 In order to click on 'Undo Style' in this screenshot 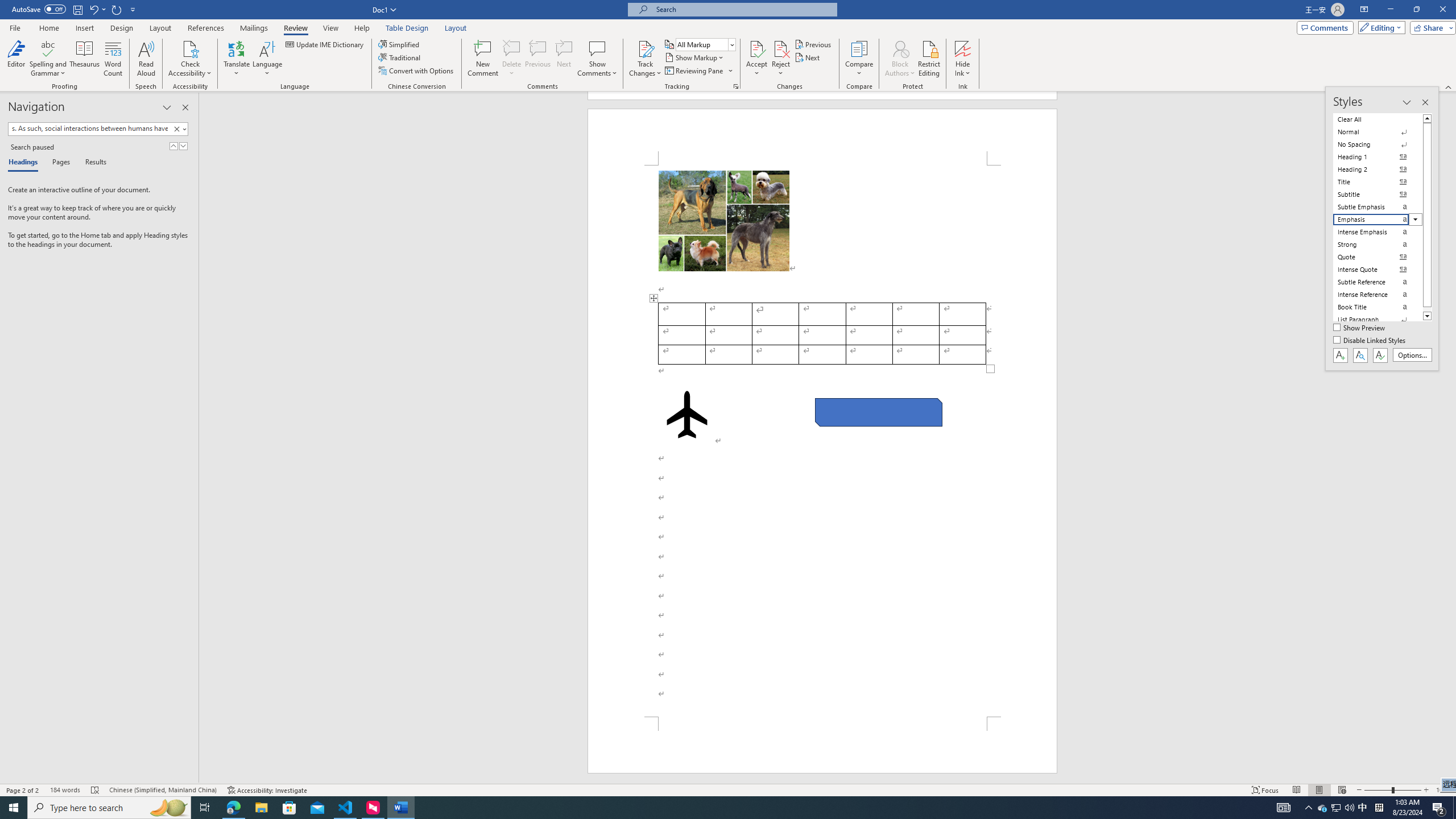, I will do `click(97, 9)`.